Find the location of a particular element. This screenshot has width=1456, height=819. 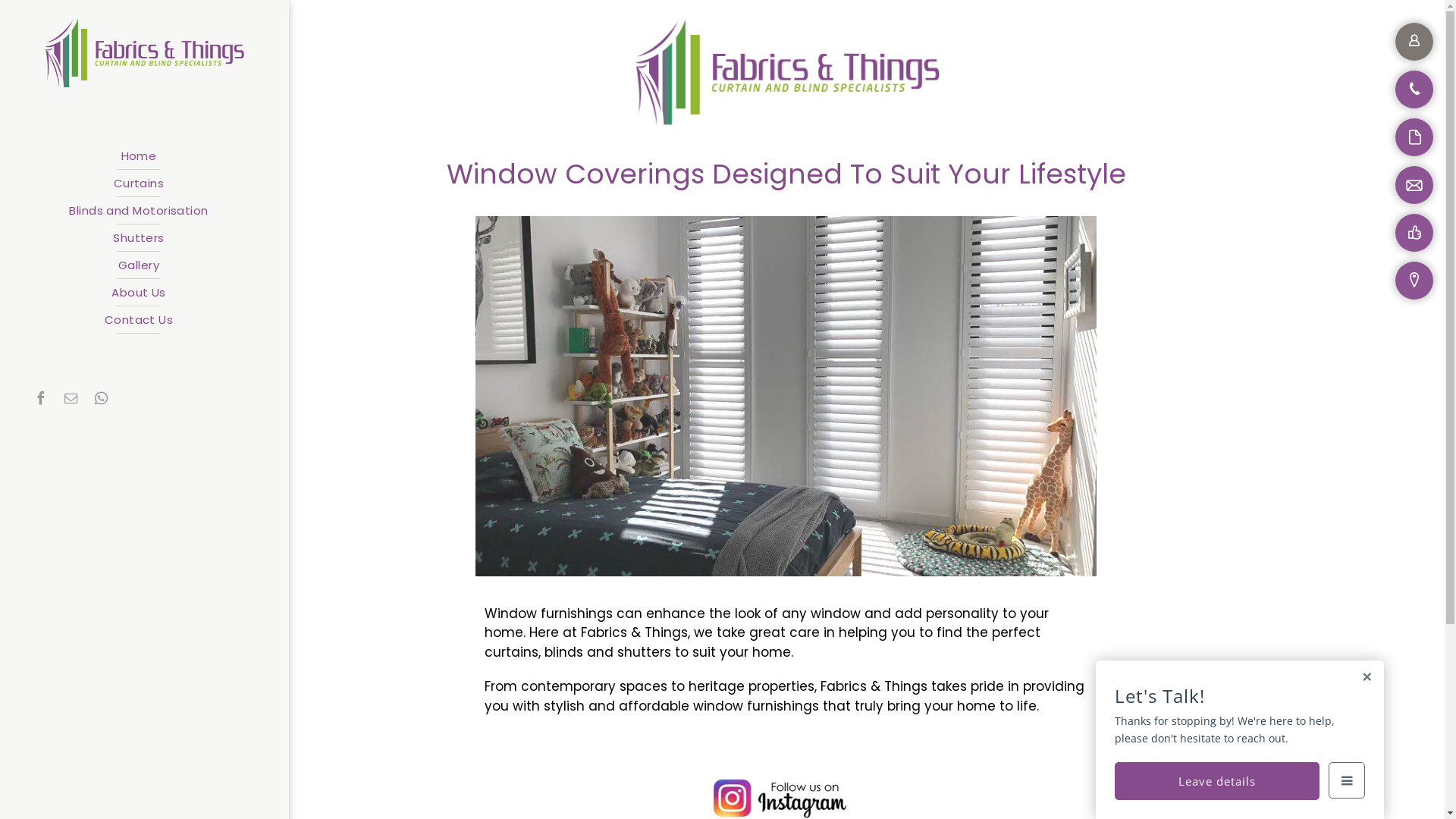

'Leave details' is located at coordinates (1216, 780).